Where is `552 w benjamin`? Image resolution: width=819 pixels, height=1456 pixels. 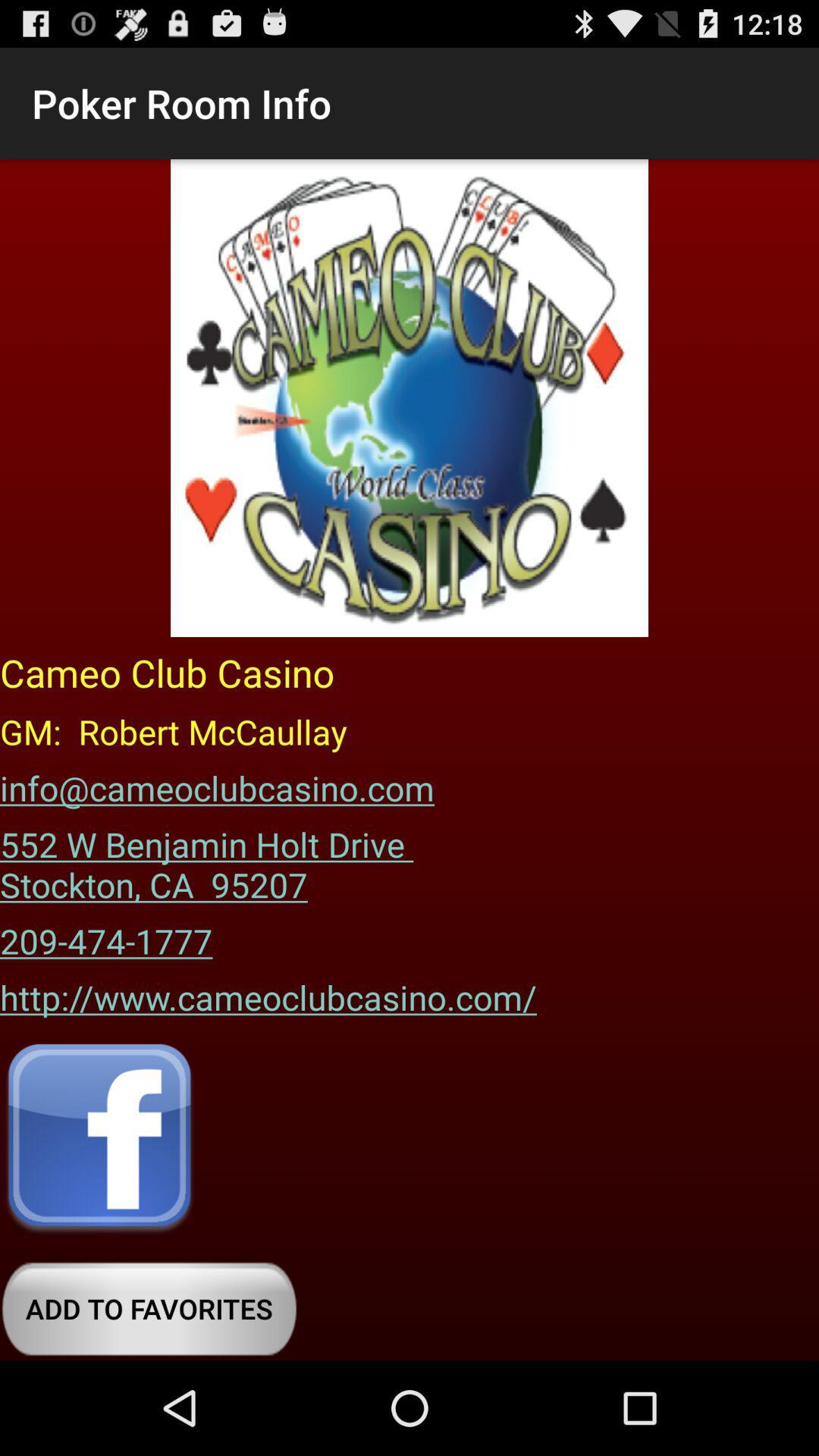
552 w benjamin is located at coordinates (212, 859).